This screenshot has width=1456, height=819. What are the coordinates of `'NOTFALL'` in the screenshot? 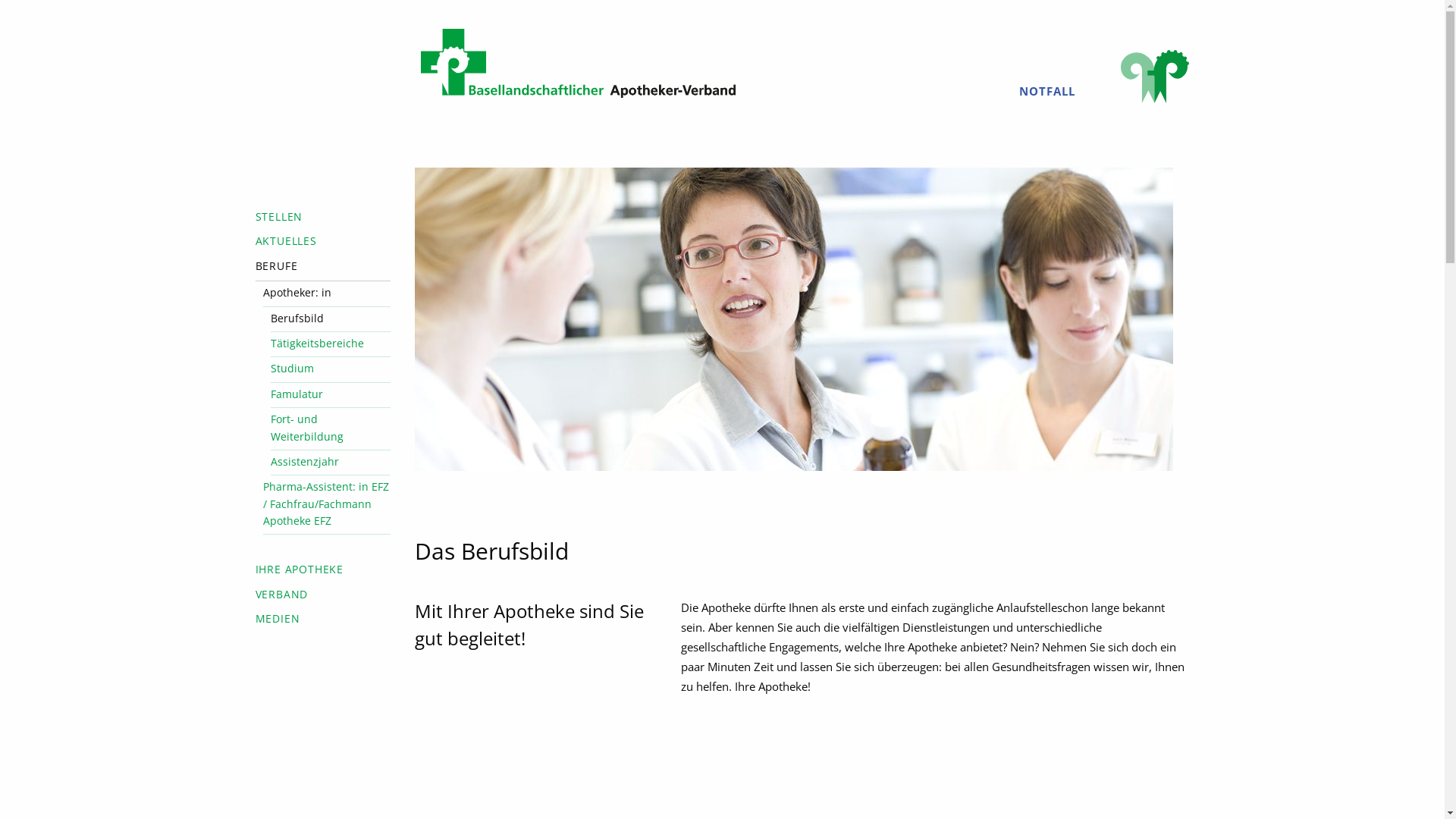 It's located at (1019, 90).